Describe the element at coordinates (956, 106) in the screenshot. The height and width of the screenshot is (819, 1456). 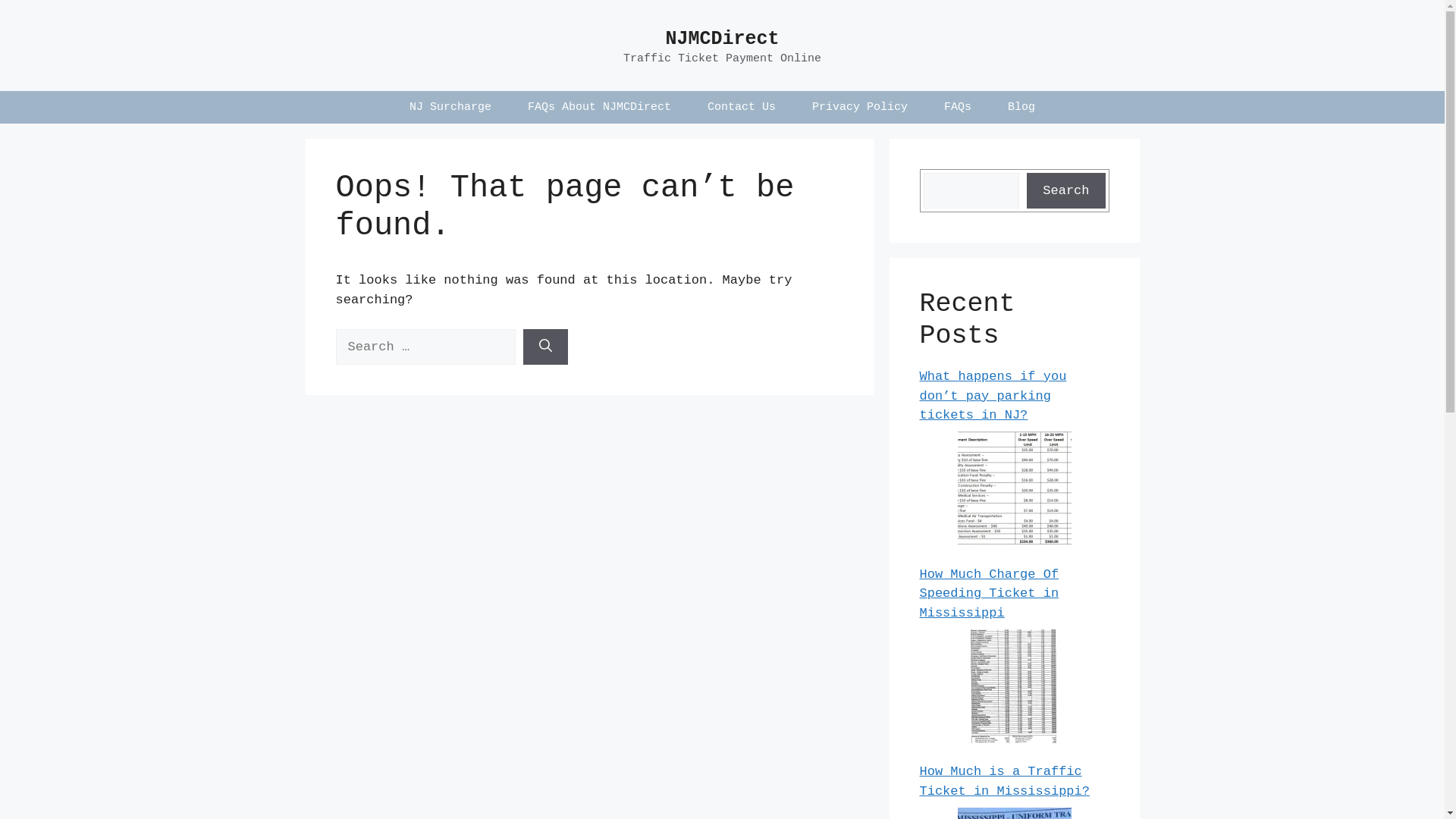
I see `'FAQs'` at that location.